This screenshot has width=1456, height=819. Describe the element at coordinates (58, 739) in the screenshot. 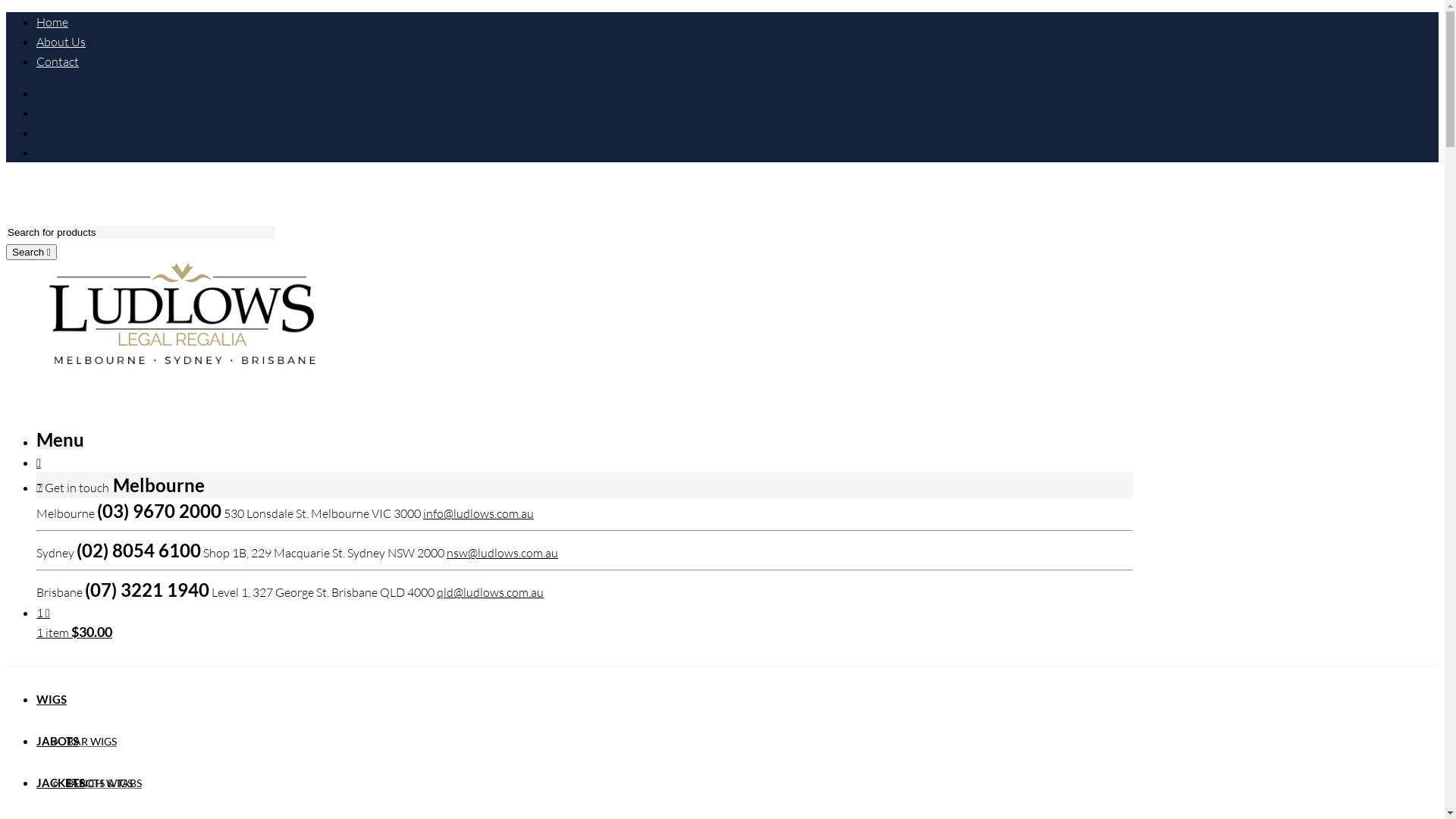

I see `'JABOTS'` at that location.